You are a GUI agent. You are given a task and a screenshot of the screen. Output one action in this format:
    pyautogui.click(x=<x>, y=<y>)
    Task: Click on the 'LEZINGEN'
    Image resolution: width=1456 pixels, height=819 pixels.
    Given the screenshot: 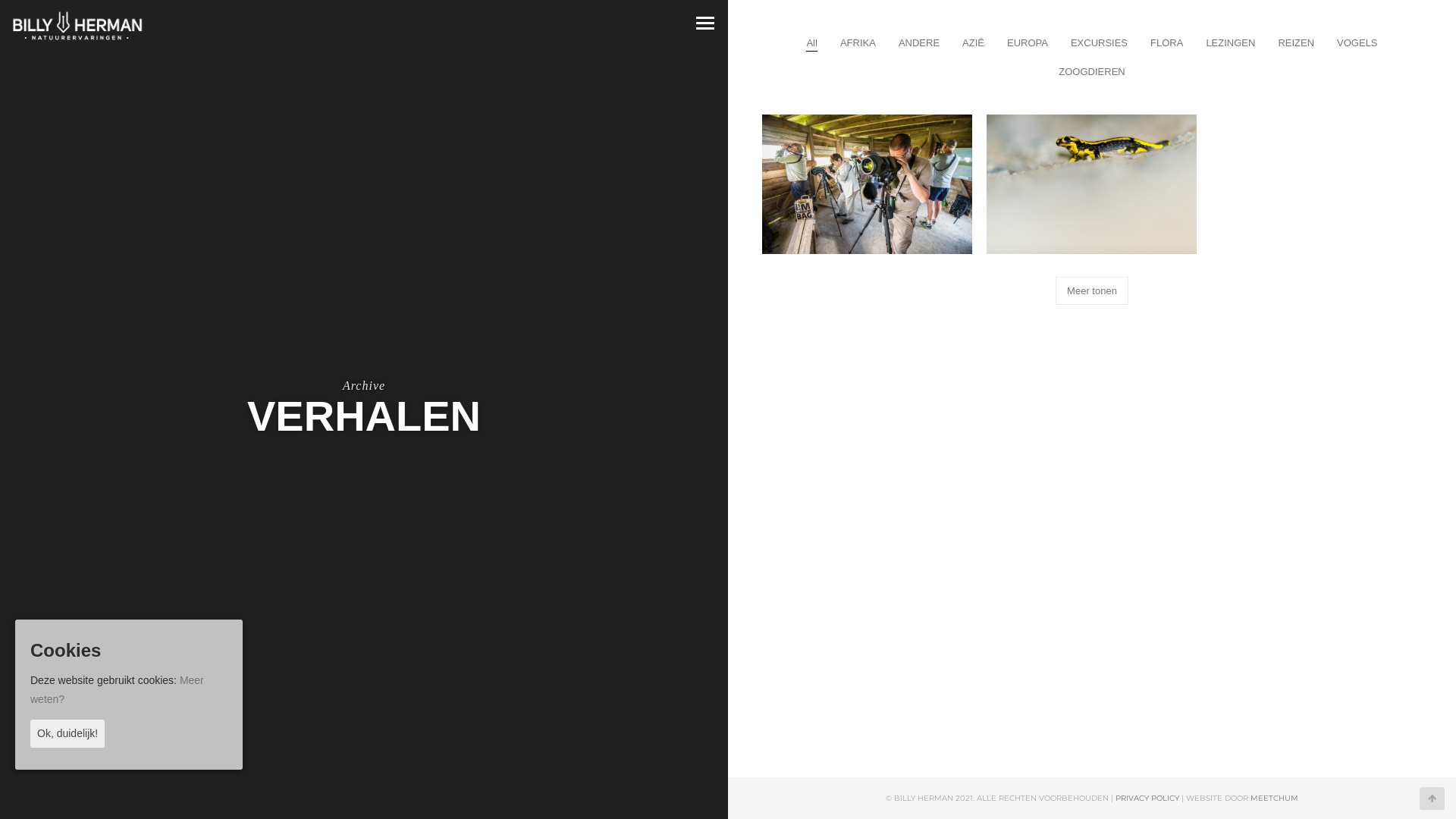 What is the action you would take?
    pyautogui.click(x=1230, y=42)
    